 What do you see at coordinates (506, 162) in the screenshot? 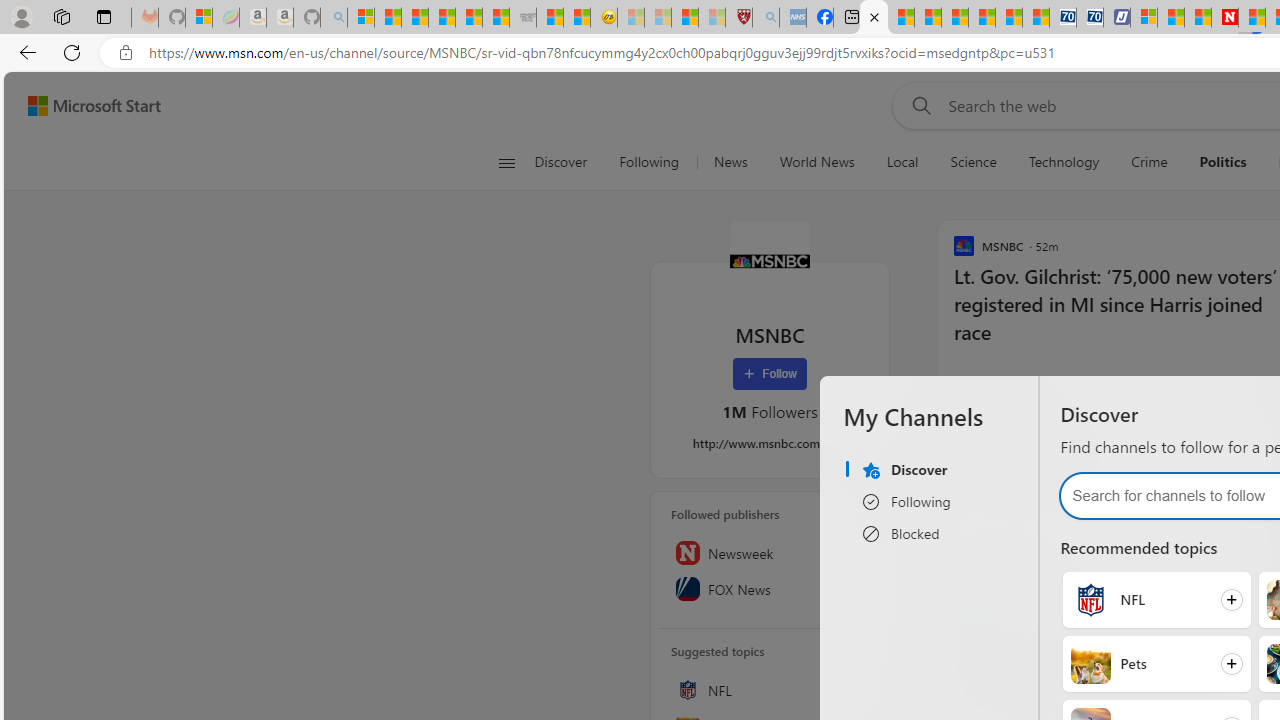
I see `'Class: button-glyph'` at bounding box center [506, 162].